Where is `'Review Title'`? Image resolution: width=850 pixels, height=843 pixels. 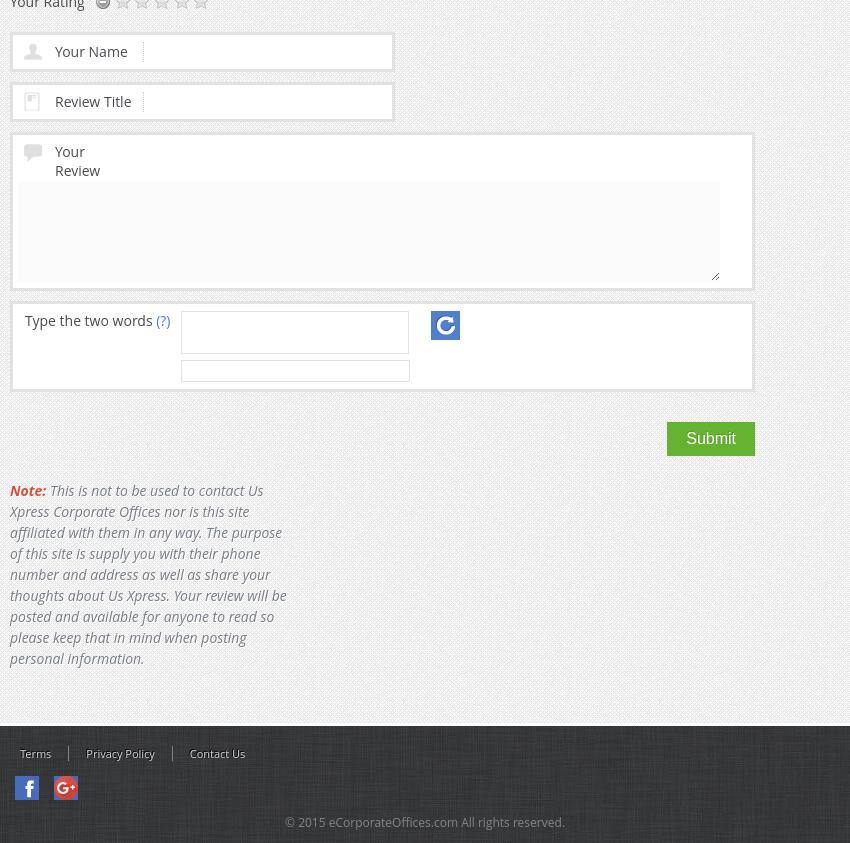 'Review Title' is located at coordinates (91, 99).